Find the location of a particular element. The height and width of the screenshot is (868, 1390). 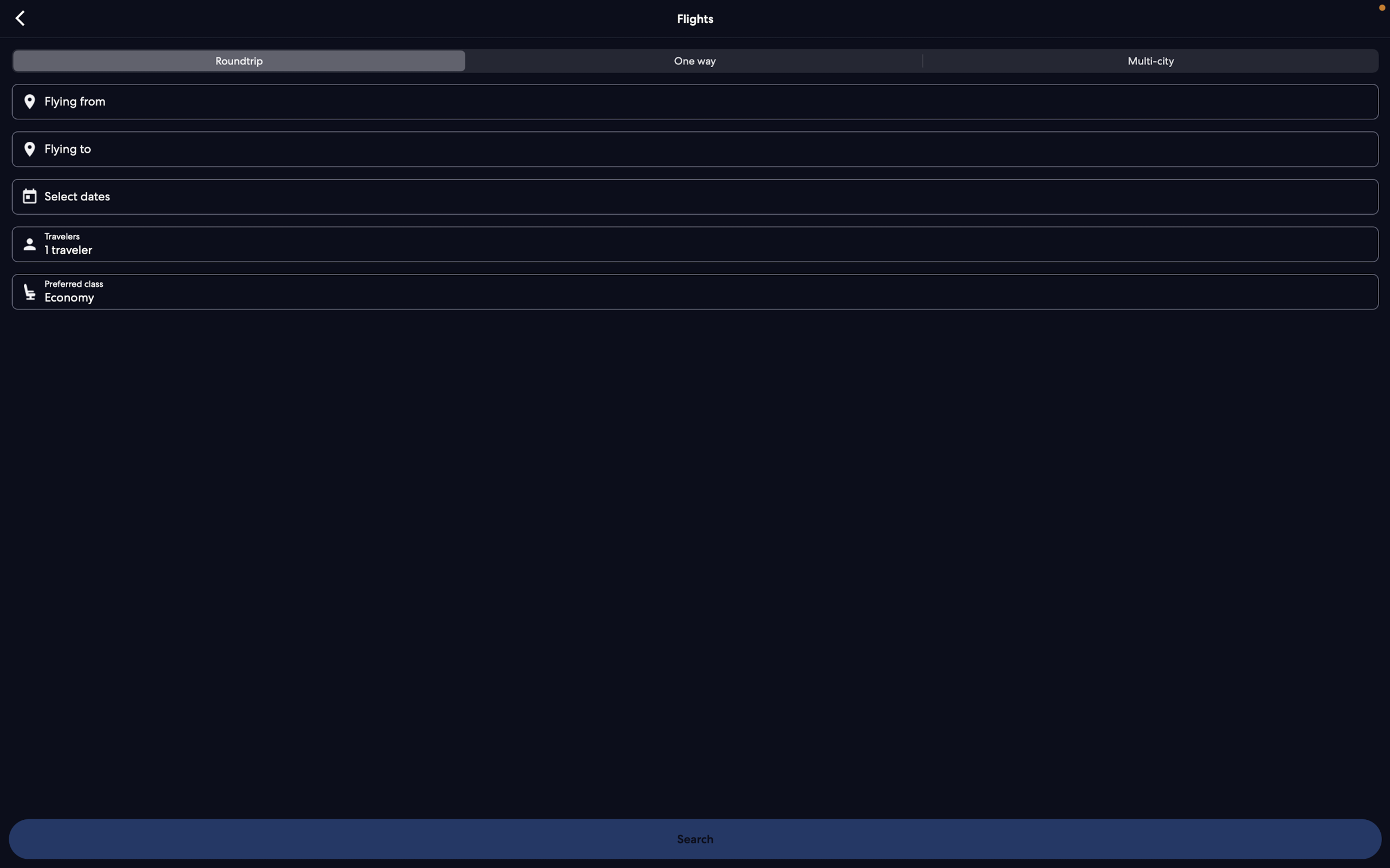

the option for booking multiple city flights is located at coordinates (1147, 63).